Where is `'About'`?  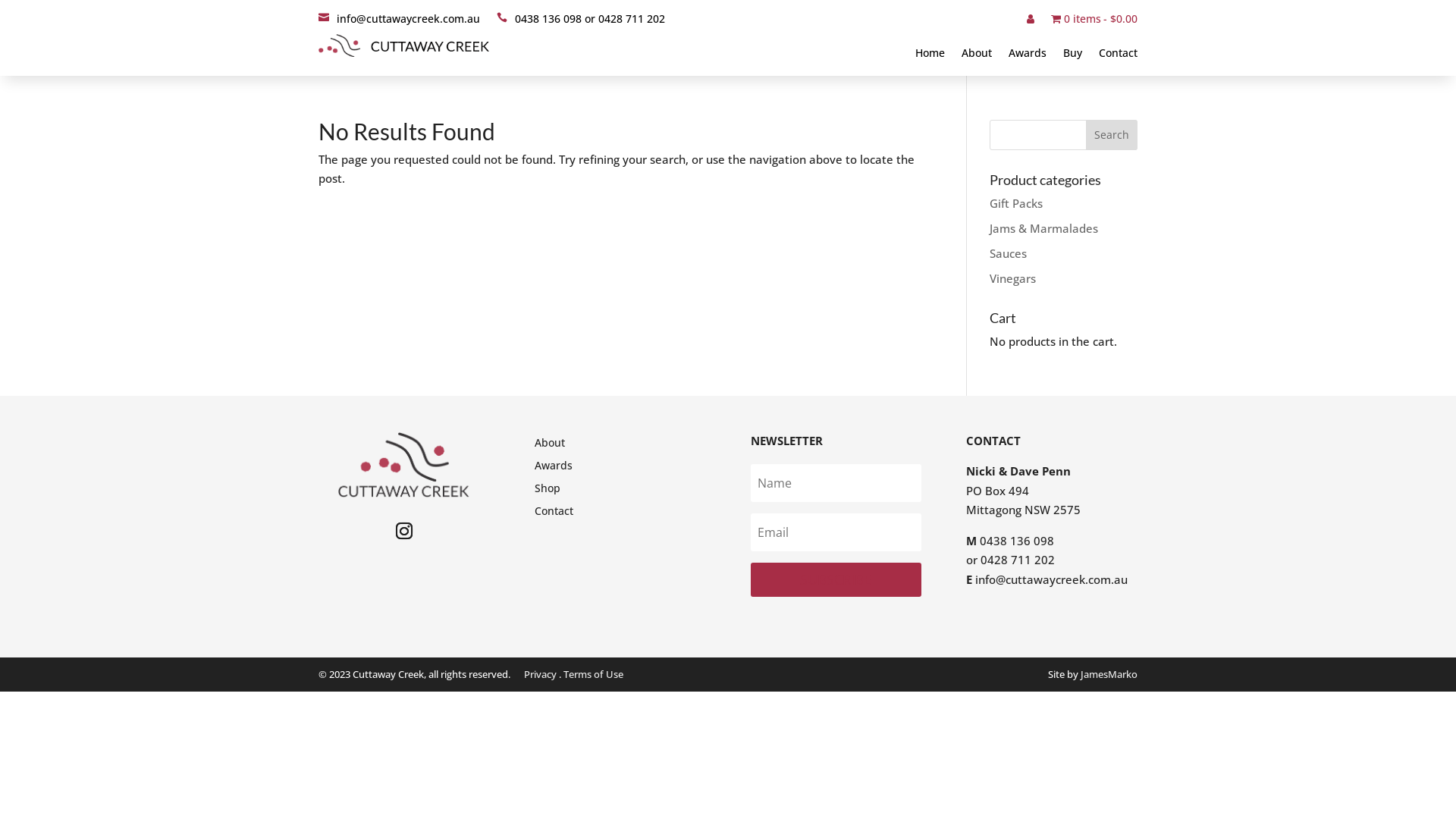
'About' is located at coordinates (548, 444).